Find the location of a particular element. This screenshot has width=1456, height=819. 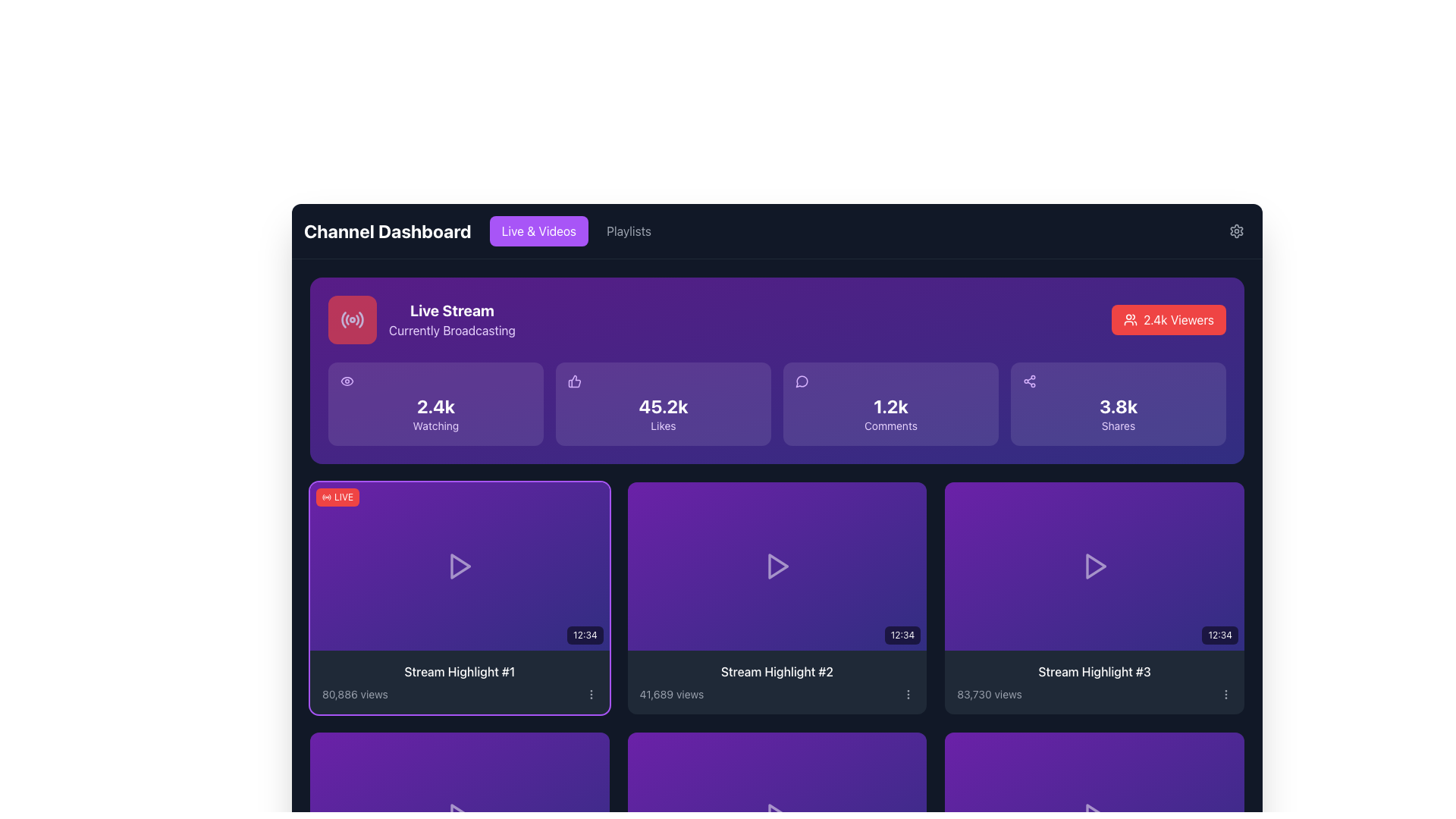

the triangular play icon with a light purple outline located in the 'Stream Highlight #1' card is located at coordinates (460, 566).